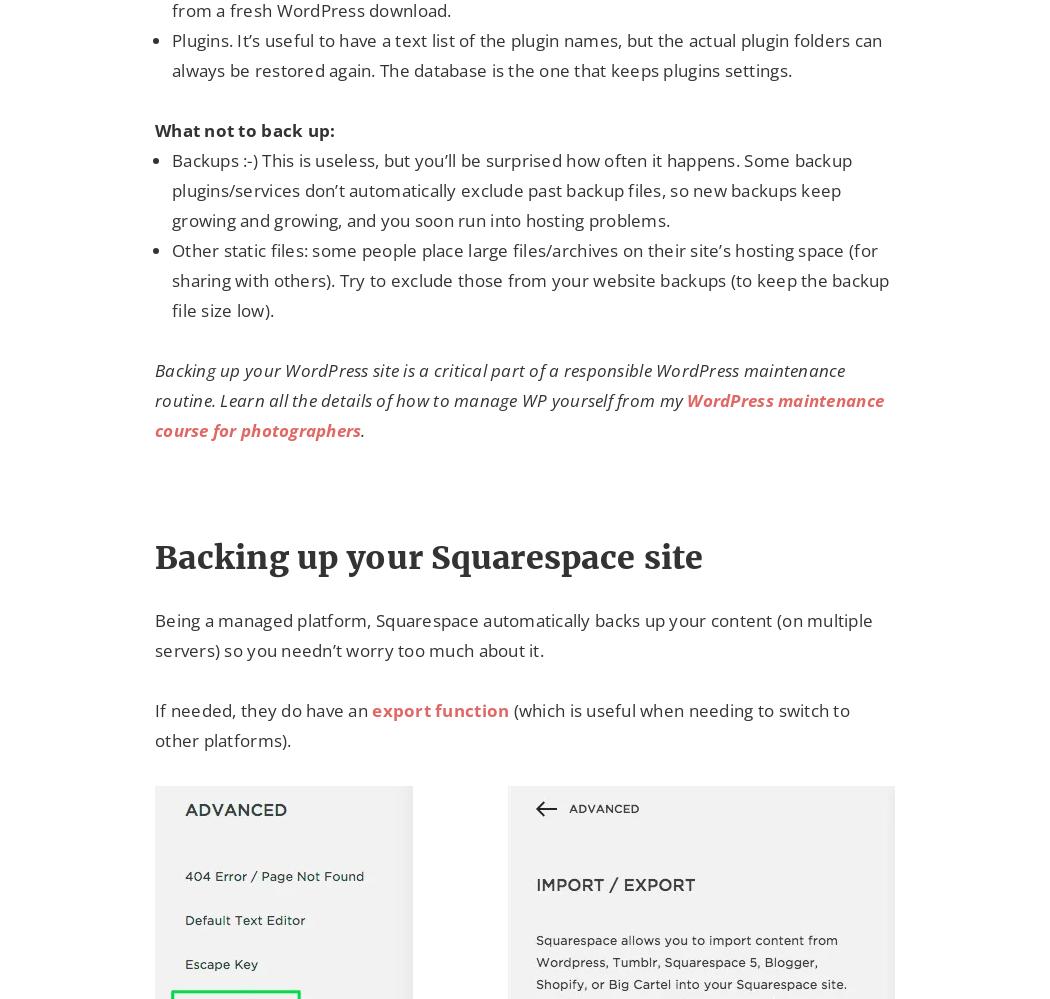  I want to click on '(which is useful when needing to switch to other platforms).', so click(501, 723).